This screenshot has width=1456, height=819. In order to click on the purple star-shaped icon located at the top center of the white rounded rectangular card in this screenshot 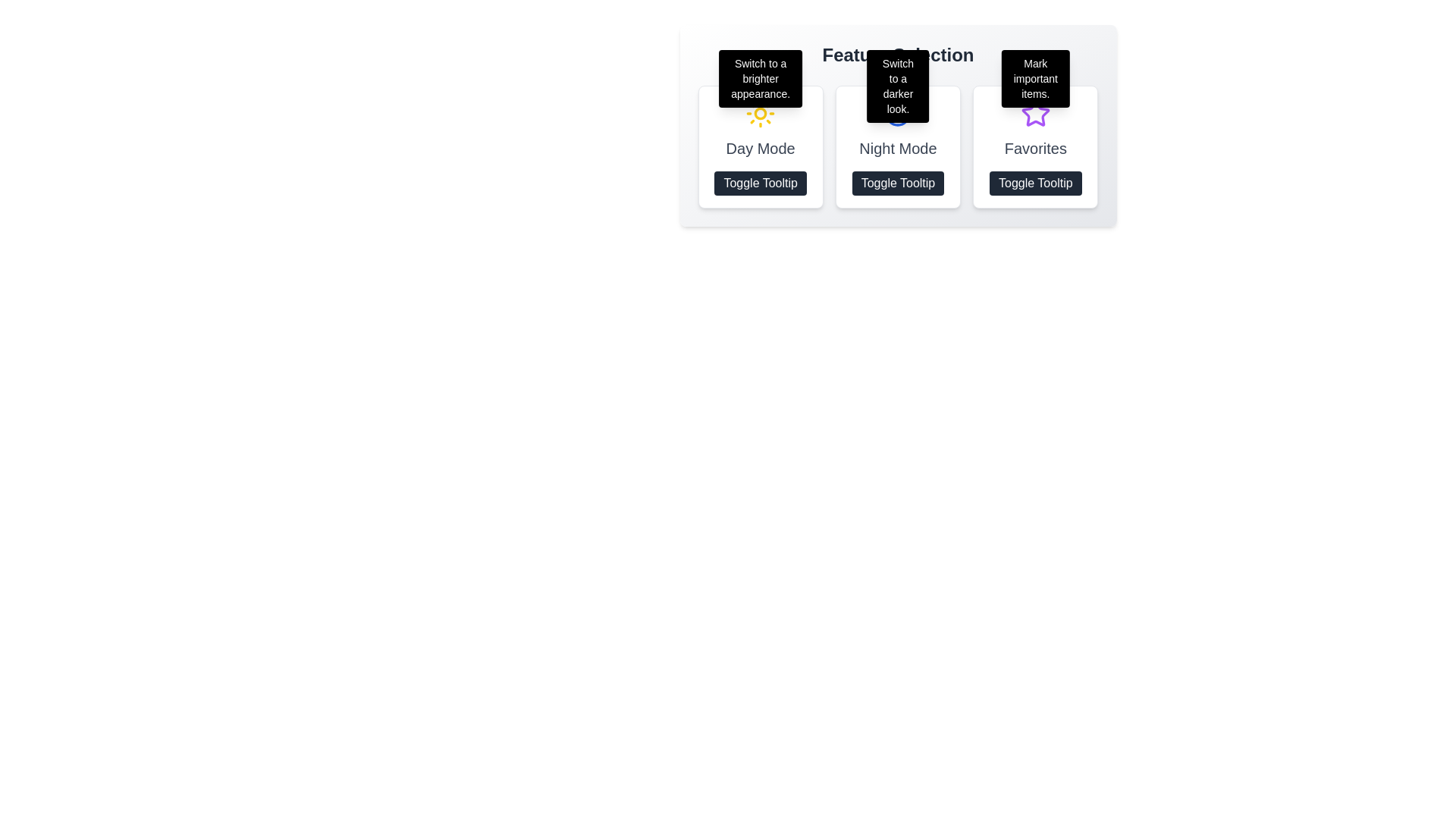, I will do `click(1034, 113)`.